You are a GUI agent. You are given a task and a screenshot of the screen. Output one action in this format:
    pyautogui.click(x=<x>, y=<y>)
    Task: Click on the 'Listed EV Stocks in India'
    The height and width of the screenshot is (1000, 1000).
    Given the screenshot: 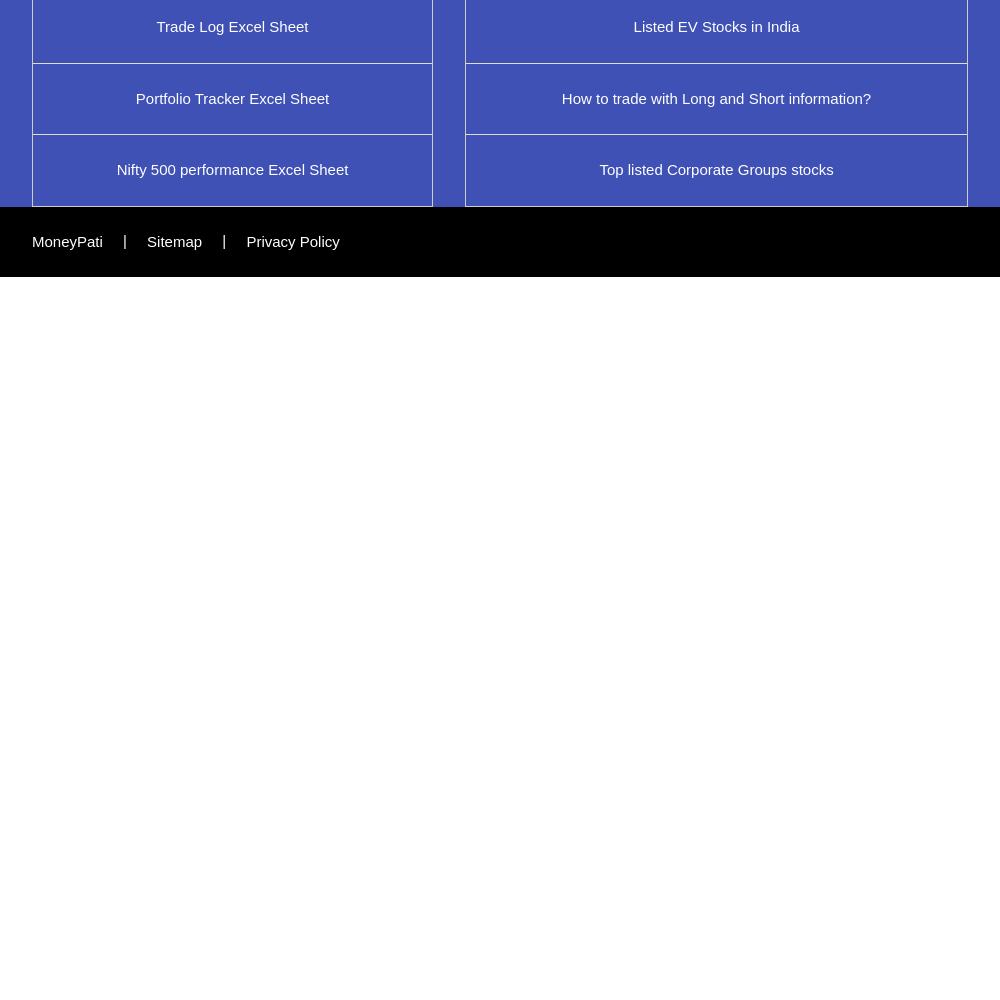 What is the action you would take?
    pyautogui.click(x=715, y=26)
    